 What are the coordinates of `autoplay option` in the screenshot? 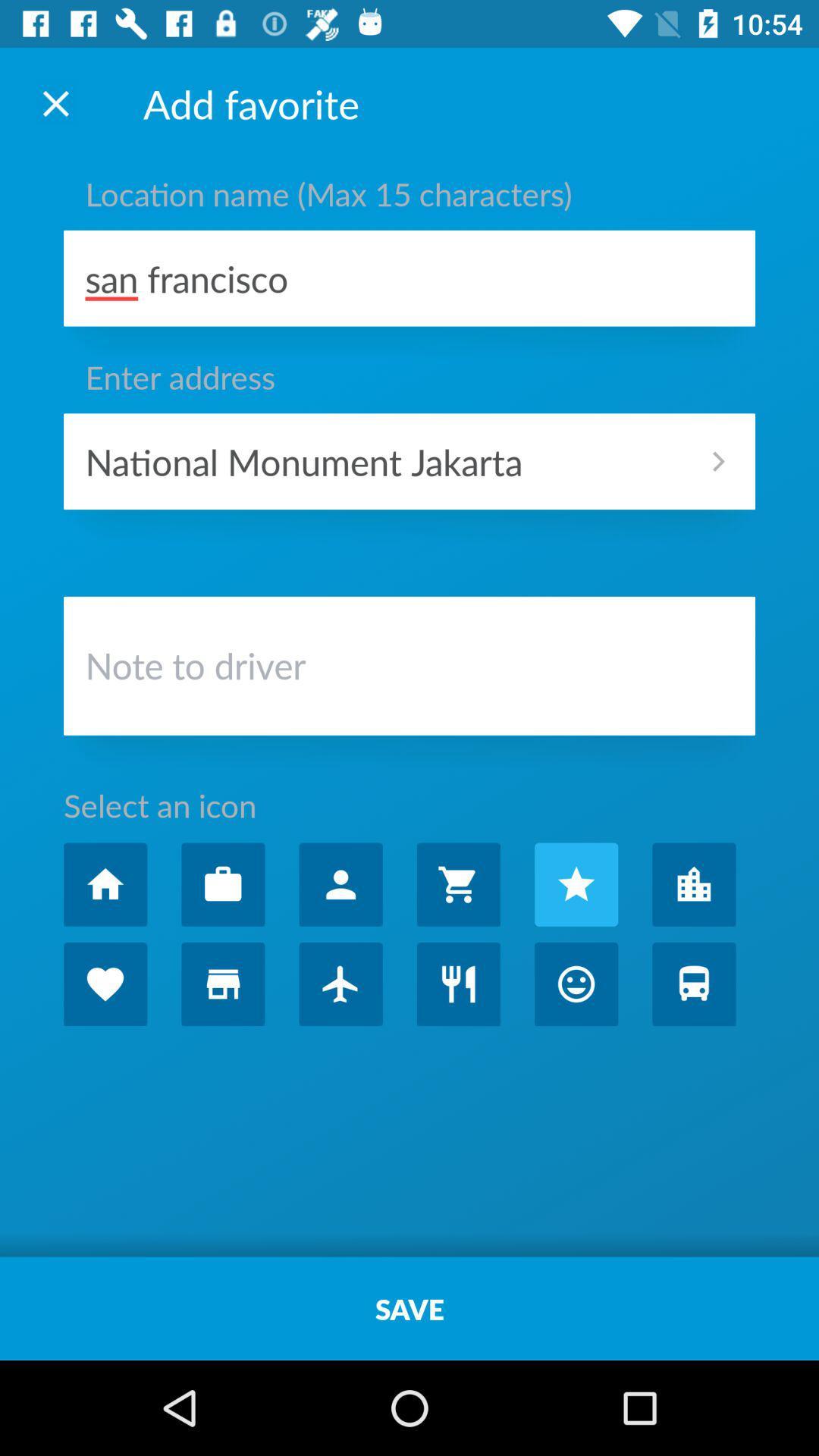 It's located at (457, 984).